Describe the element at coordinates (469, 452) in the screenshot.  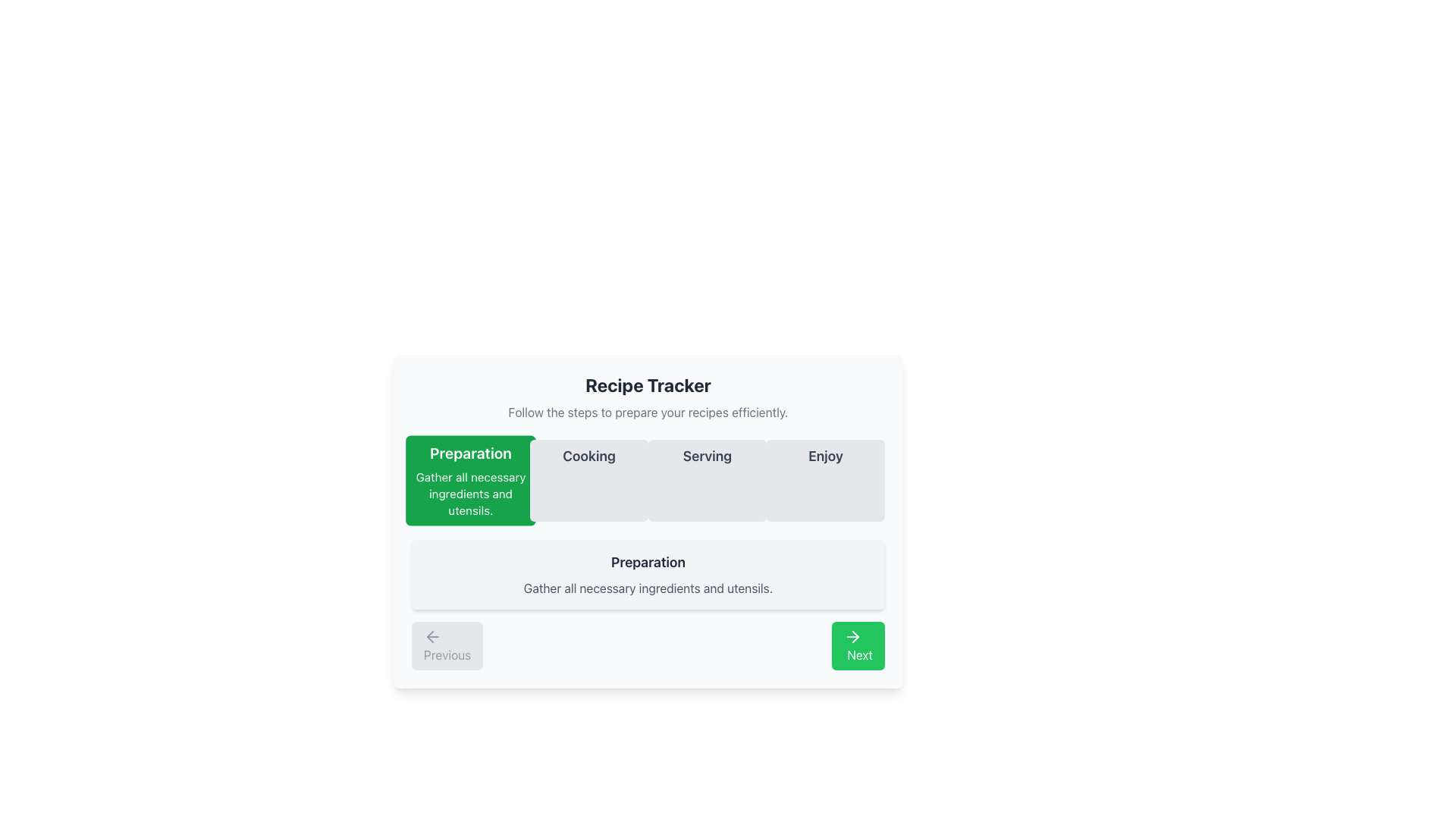
I see `the 'Preparation' text label which is styled with a bold font on a green background, located in the upper-left area of the interface` at that location.